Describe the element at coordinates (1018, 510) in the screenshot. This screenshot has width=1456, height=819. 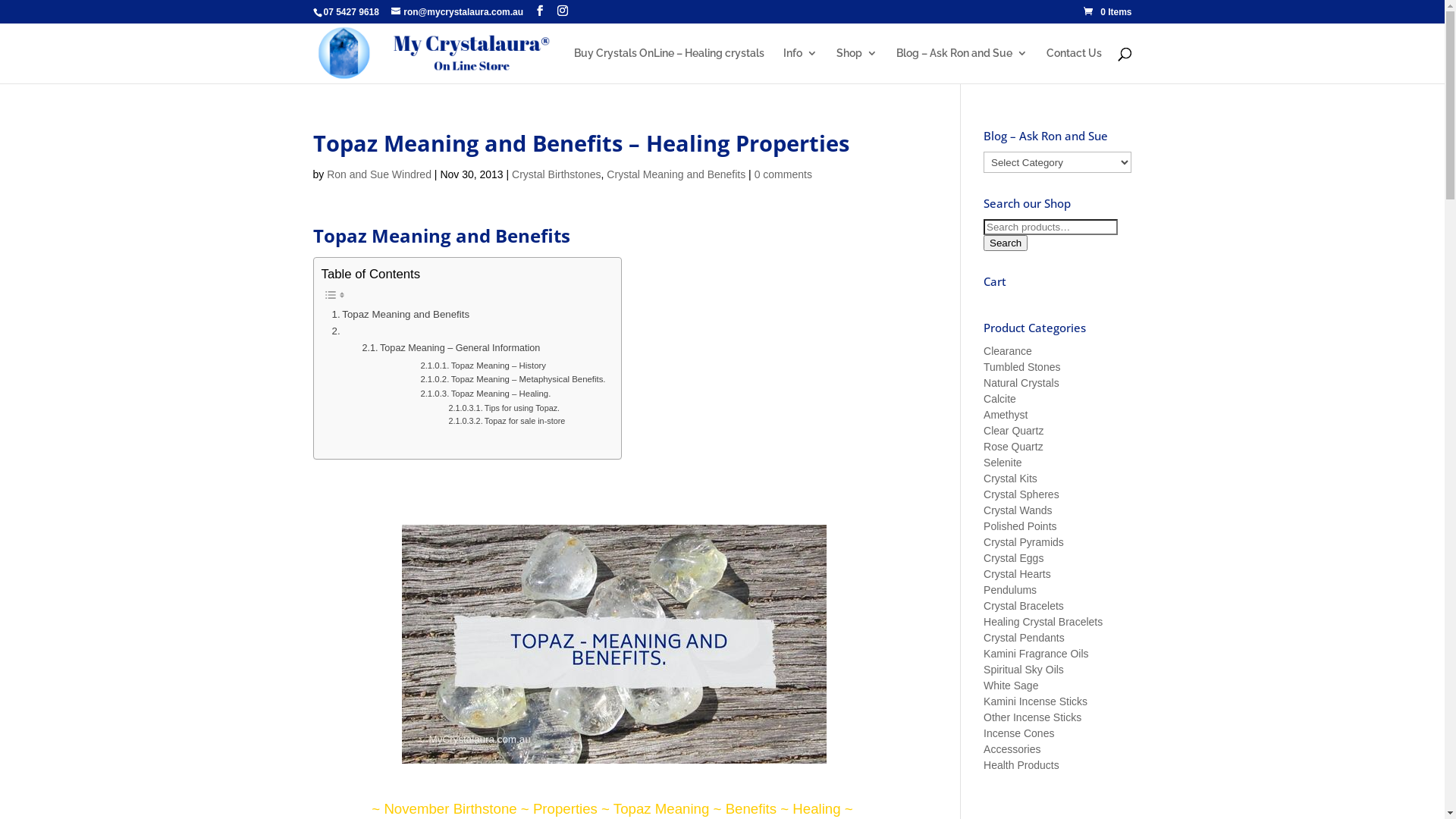
I see `'Crystal Wands'` at that location.